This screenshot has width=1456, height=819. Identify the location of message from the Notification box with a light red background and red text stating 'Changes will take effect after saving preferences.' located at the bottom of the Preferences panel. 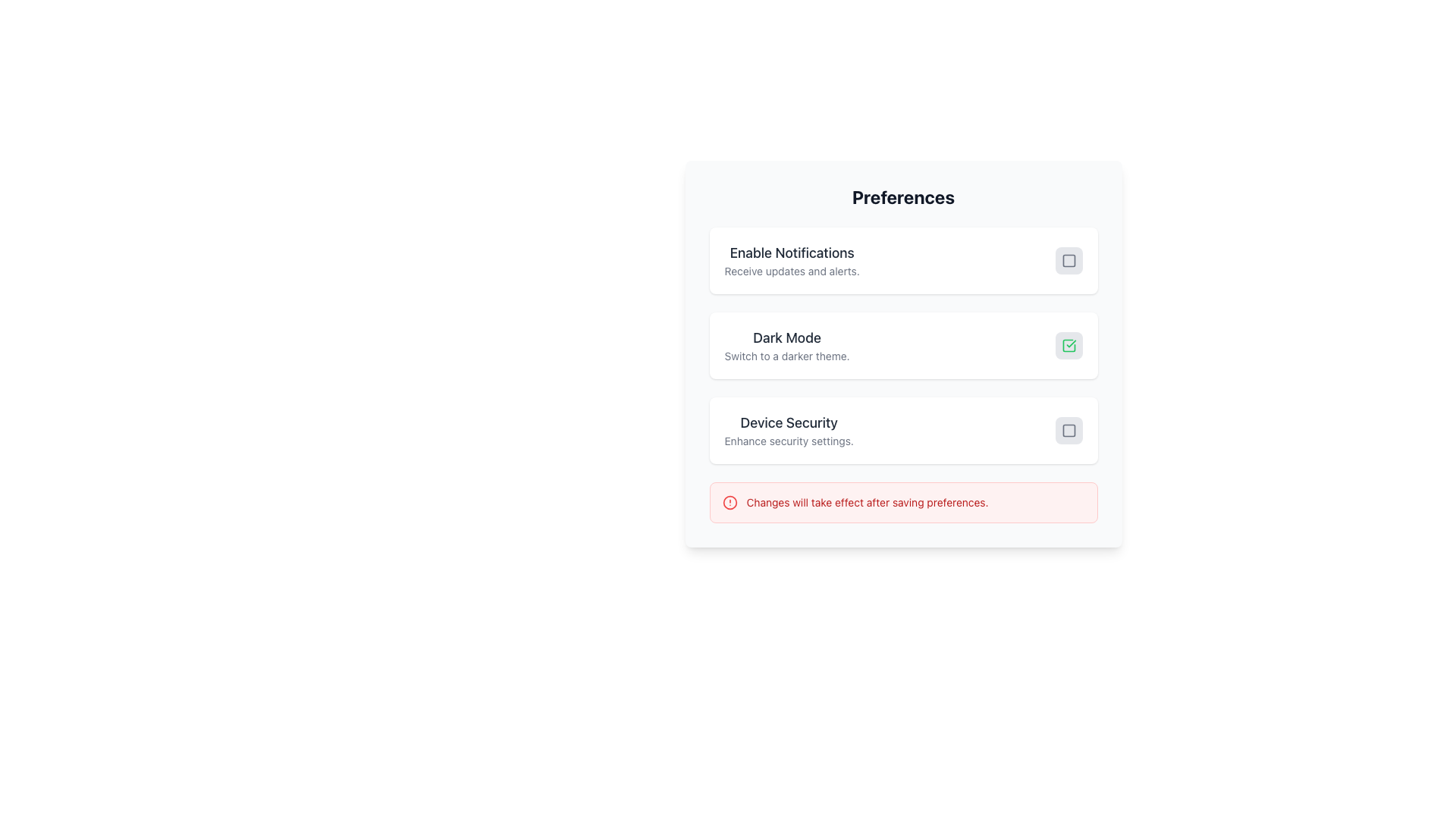
(903, 503).